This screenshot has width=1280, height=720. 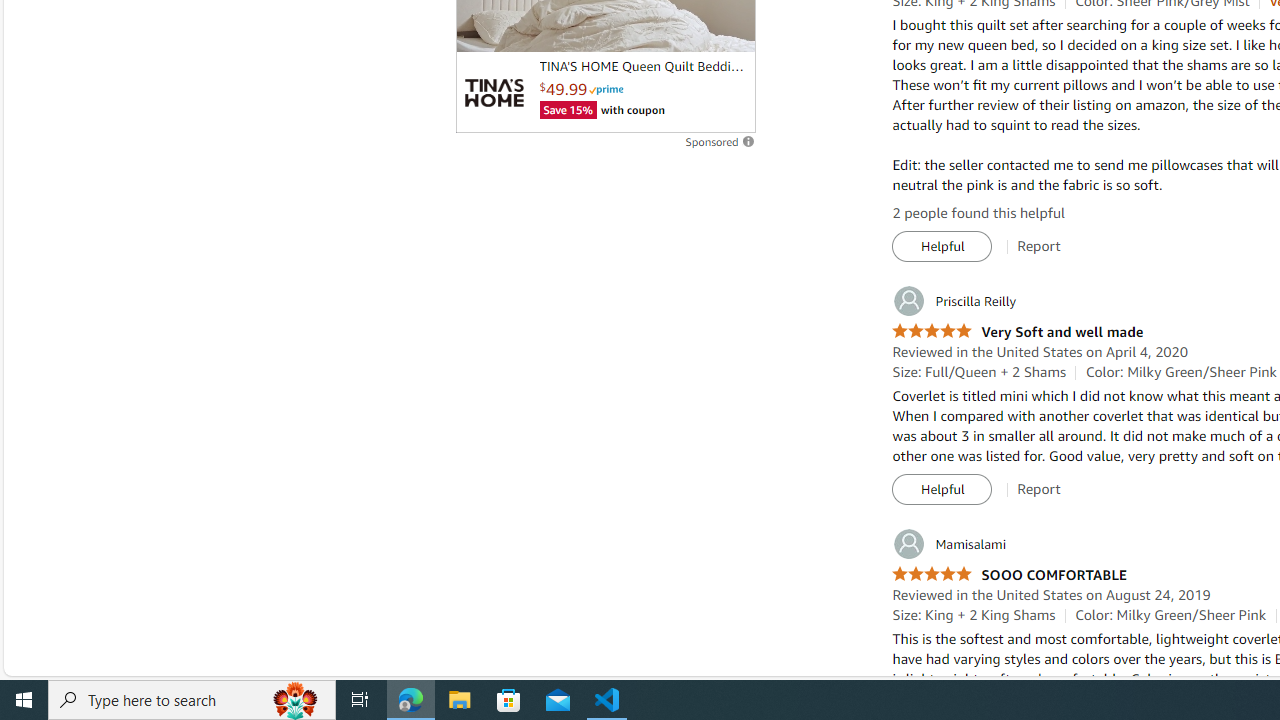 What do you see at coordinates (953, 301) in the screenshot?
I see `'Priscilla Reilly'` at bounding box center [953, 301].